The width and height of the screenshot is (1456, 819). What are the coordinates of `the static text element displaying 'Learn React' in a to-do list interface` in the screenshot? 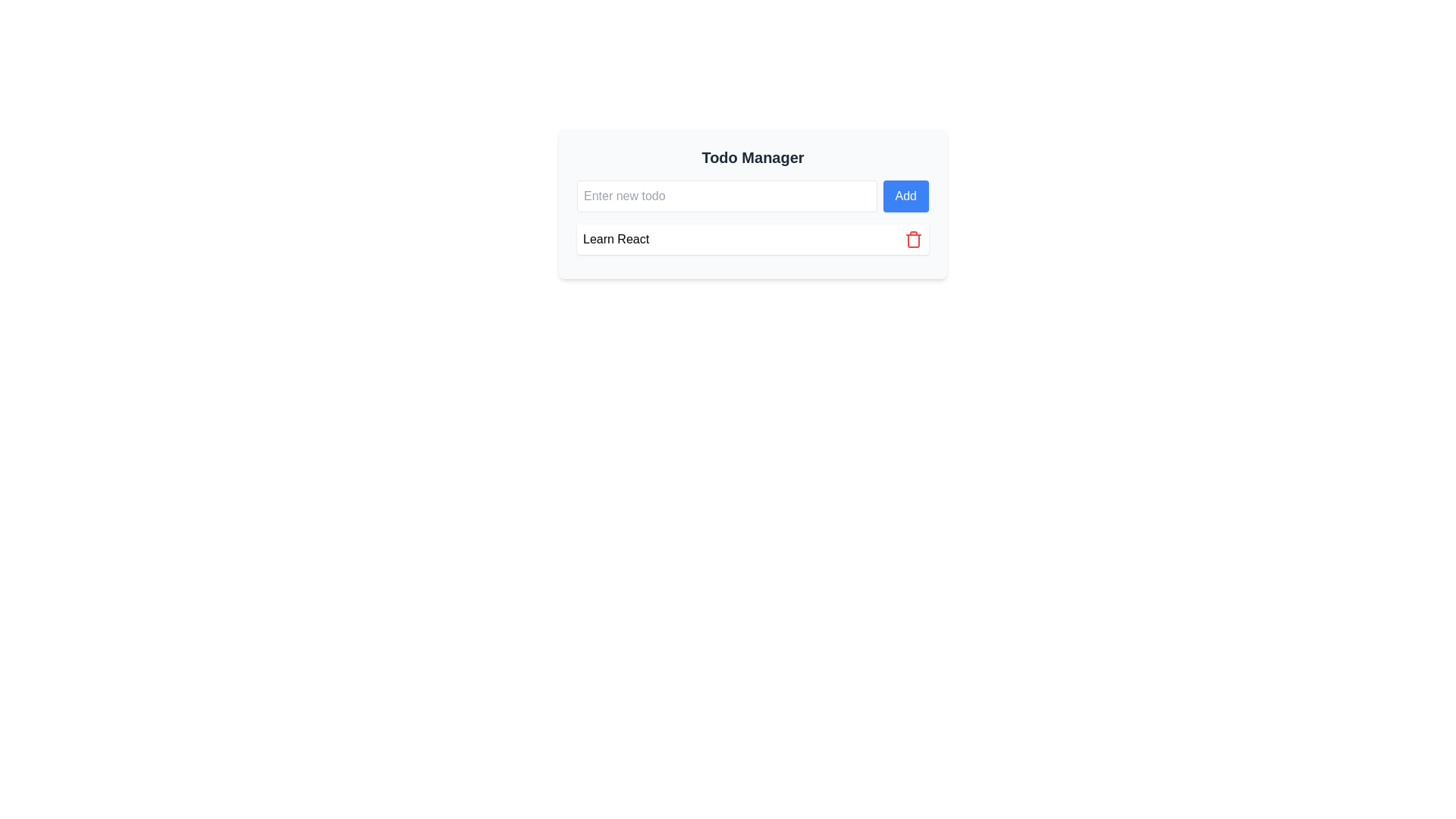 It's located at (616, 239).